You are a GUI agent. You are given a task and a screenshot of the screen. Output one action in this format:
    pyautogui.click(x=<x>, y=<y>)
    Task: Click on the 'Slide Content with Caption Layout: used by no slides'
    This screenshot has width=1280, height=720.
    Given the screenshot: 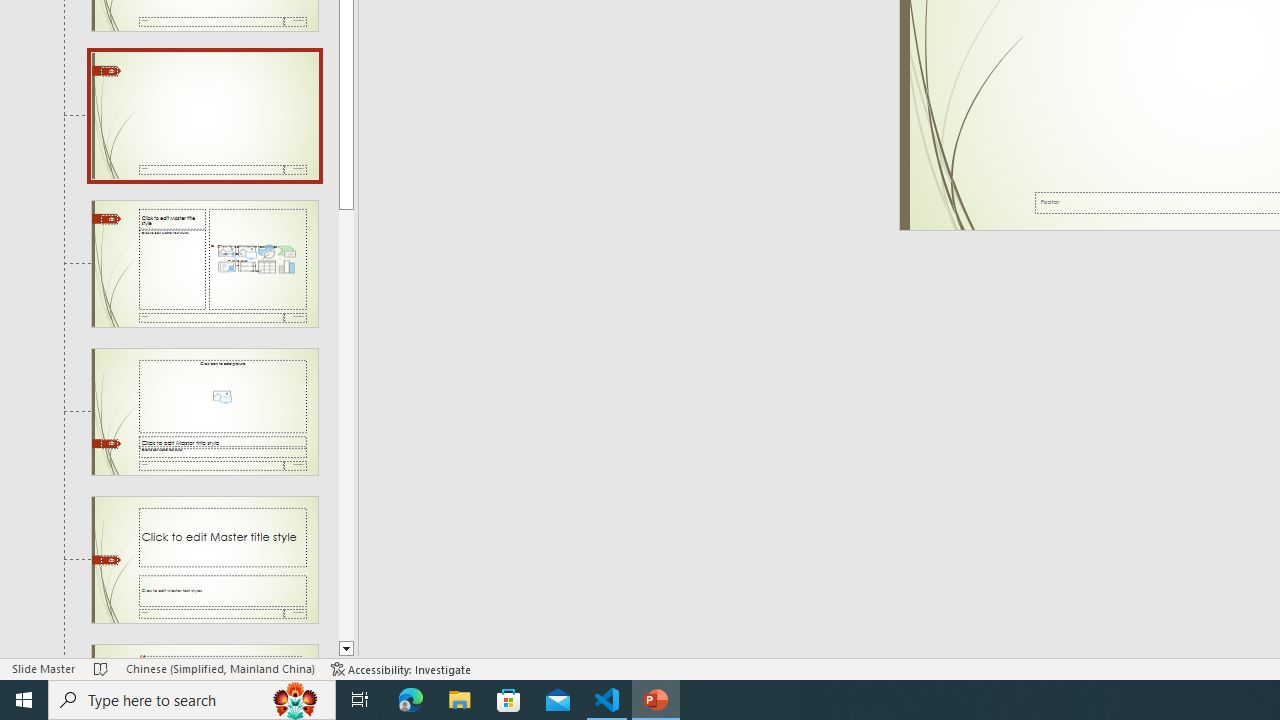 What is the action you would take?
    pyautogui.click(x=204, y=262)
    